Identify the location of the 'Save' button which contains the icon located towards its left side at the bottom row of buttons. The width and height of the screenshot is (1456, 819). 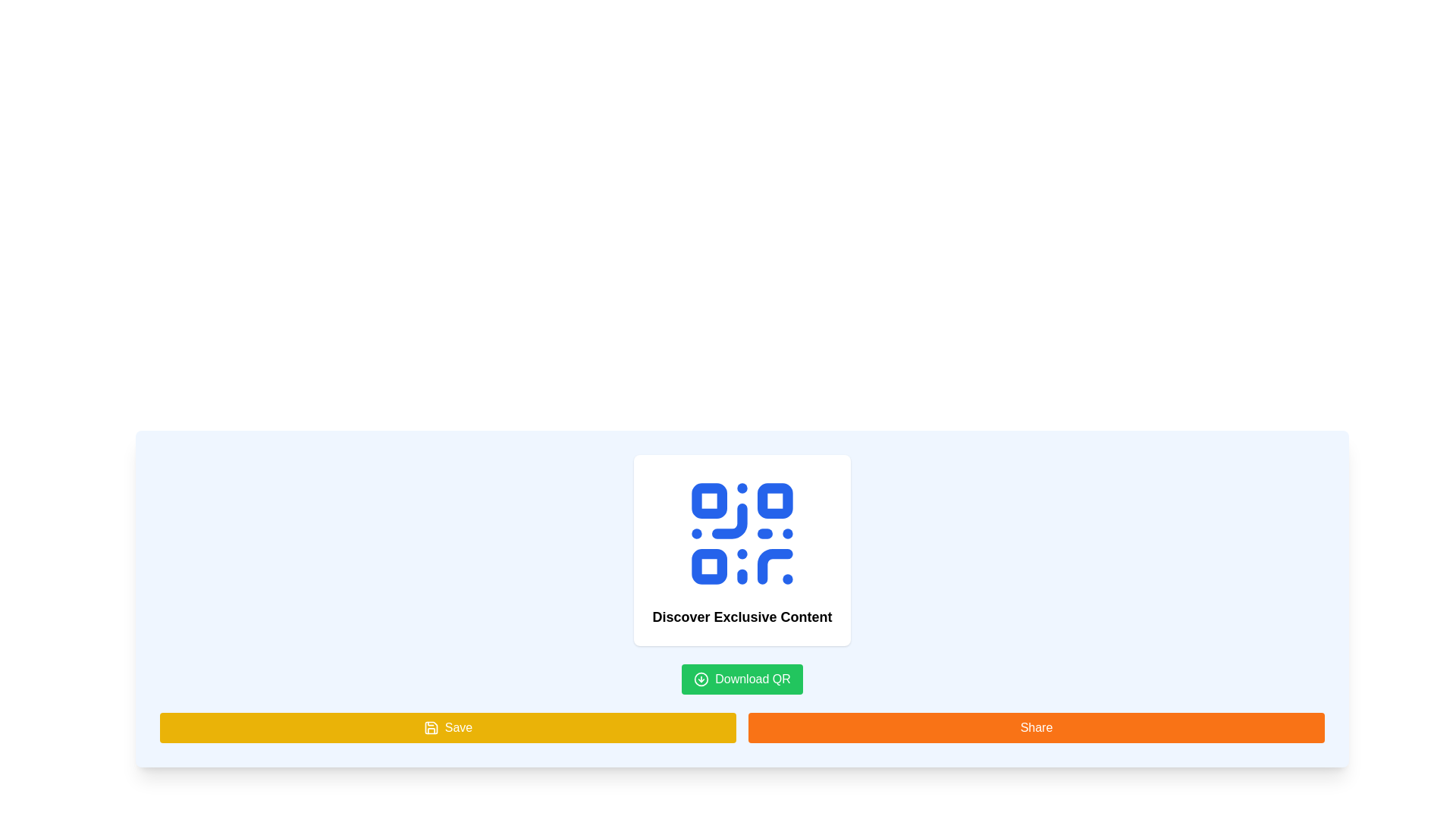
(430, 727).